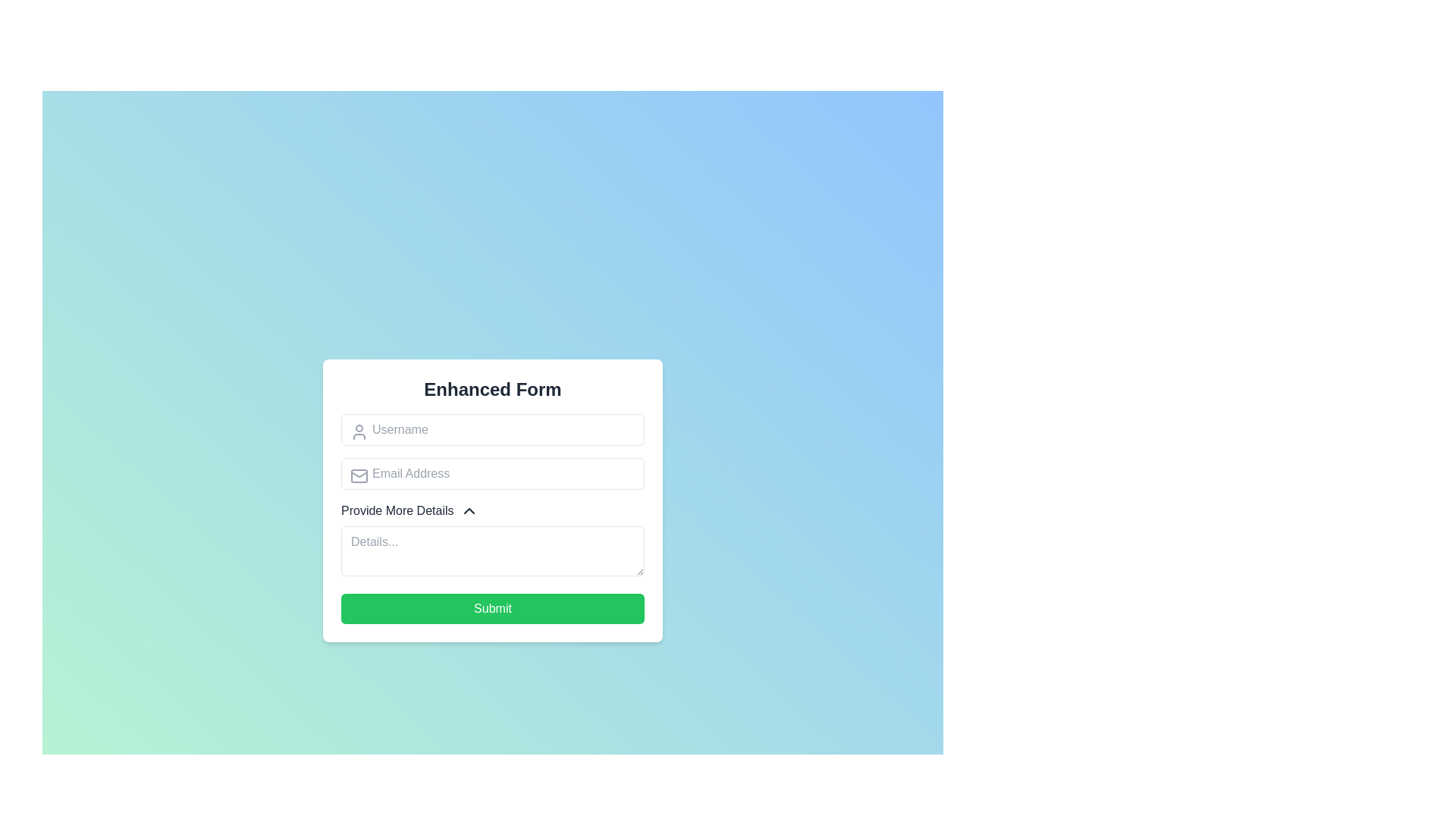 This screenshot has height=819, width=1456. Describe the element at coordinates (468, 510) in the screenshot. I see `the Chevron icon located to the right of the 'Provide More Details' button, which allows users to expand or collapse additional details` at that location.